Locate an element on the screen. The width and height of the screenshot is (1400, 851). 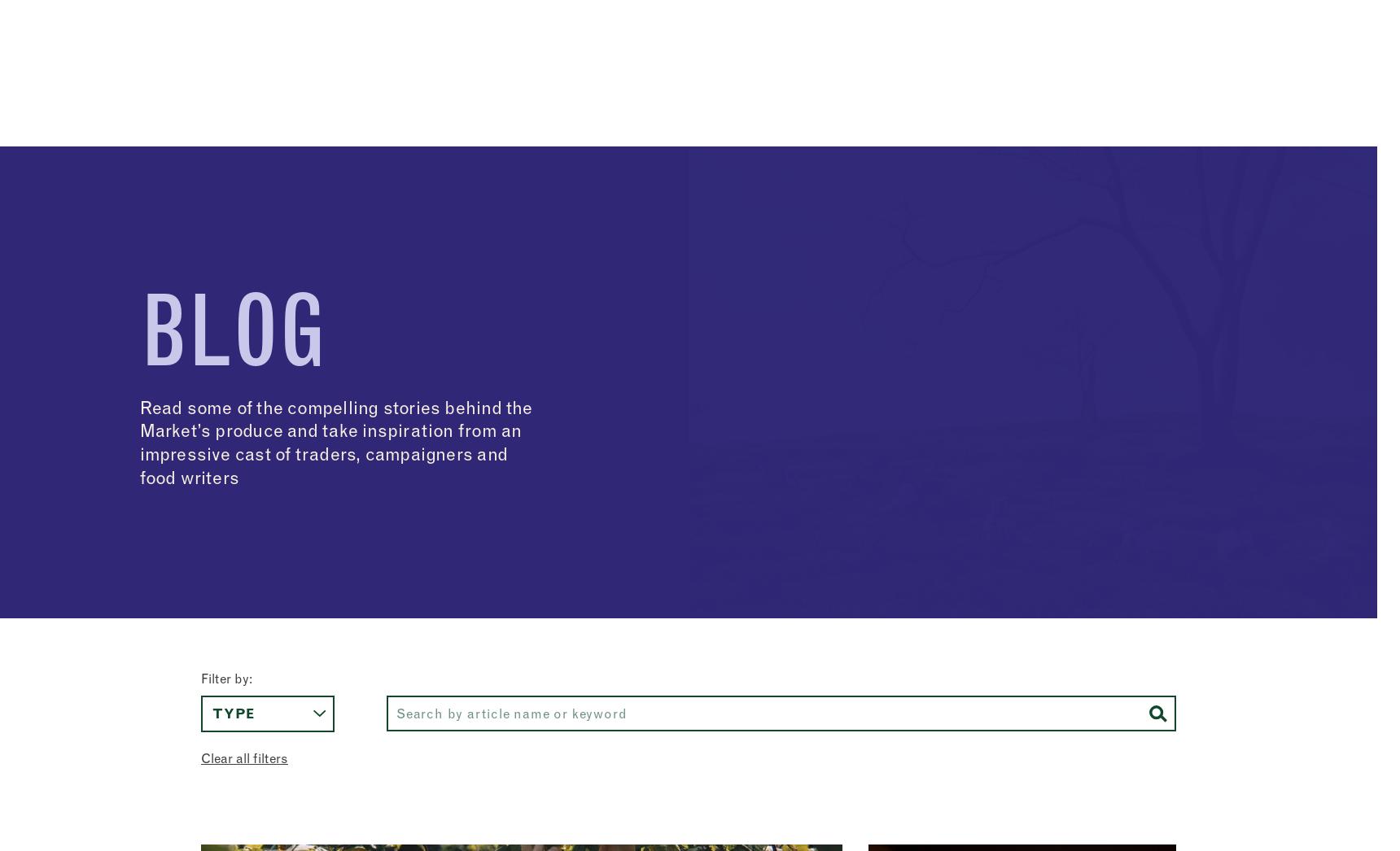
'Sign up to newsletter' is located at coordinates (167, 16).